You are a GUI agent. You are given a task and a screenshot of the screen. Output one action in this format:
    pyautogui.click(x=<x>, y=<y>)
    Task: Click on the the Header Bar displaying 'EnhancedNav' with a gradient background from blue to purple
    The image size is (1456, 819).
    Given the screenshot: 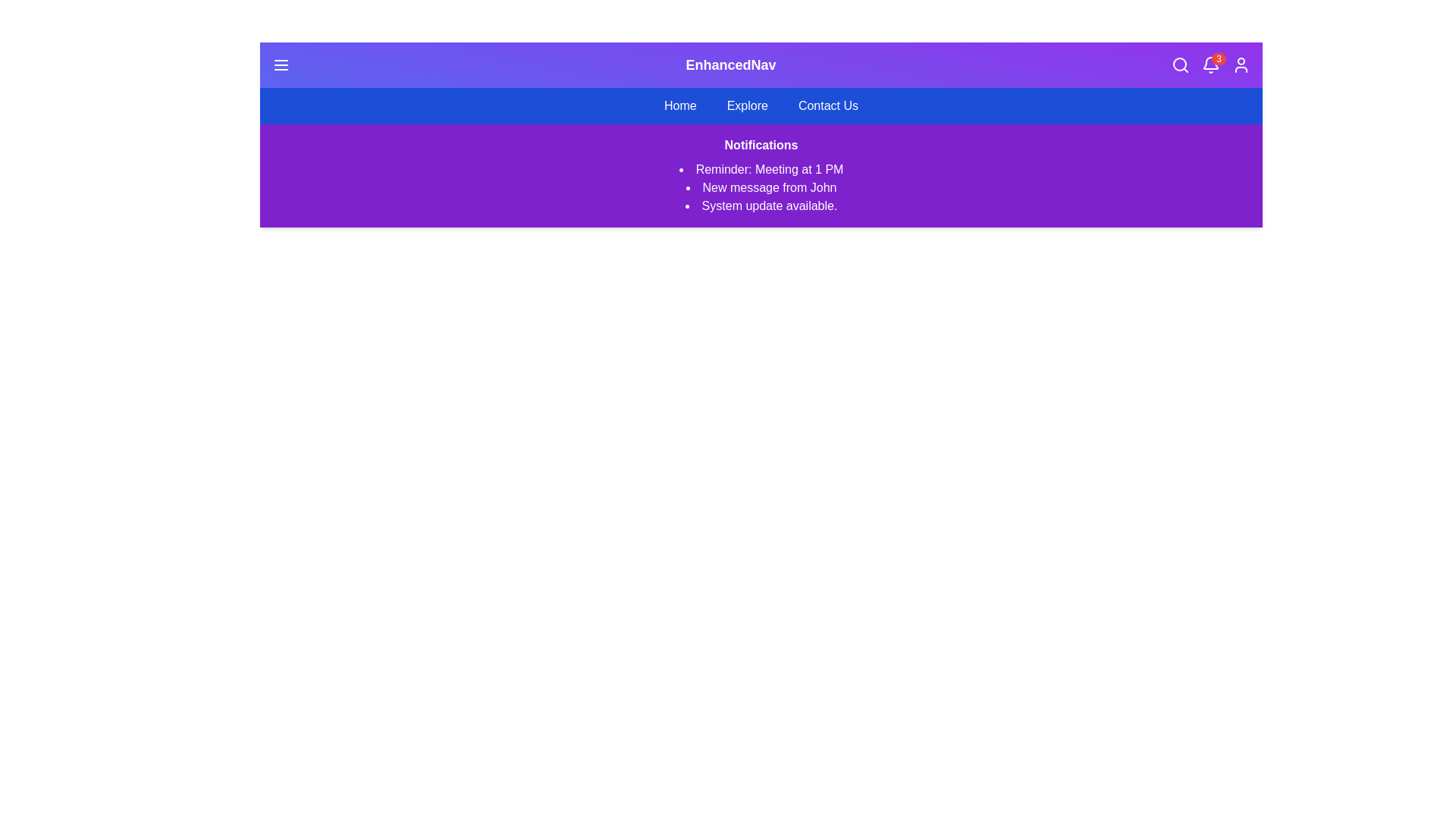 What is the action you would take?
    pyautogui.click(x=761, y=64)
    